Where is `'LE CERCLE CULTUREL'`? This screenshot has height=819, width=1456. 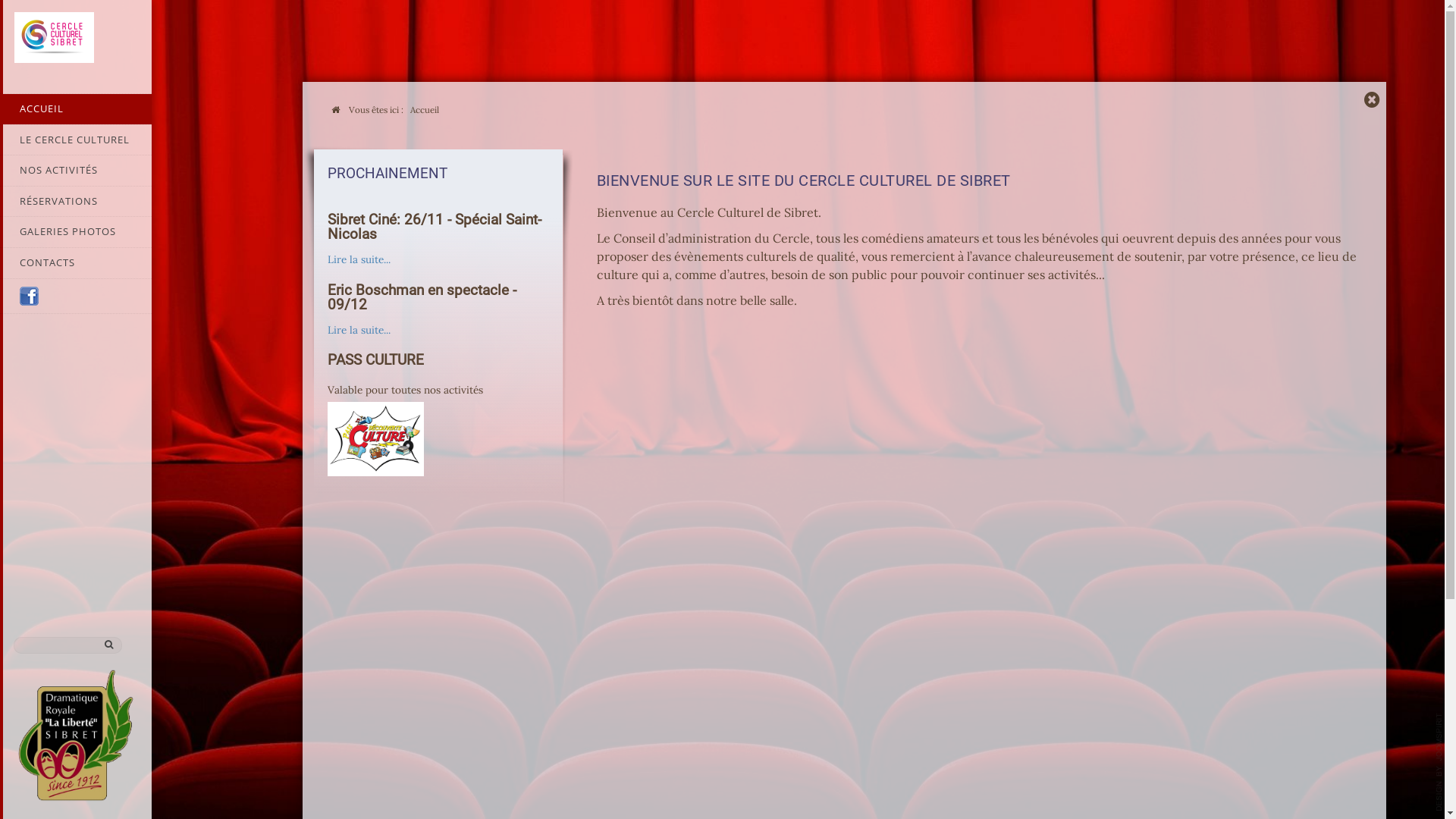 'LE CERCLE CULTUREL' is located at coordinates (75, 140).